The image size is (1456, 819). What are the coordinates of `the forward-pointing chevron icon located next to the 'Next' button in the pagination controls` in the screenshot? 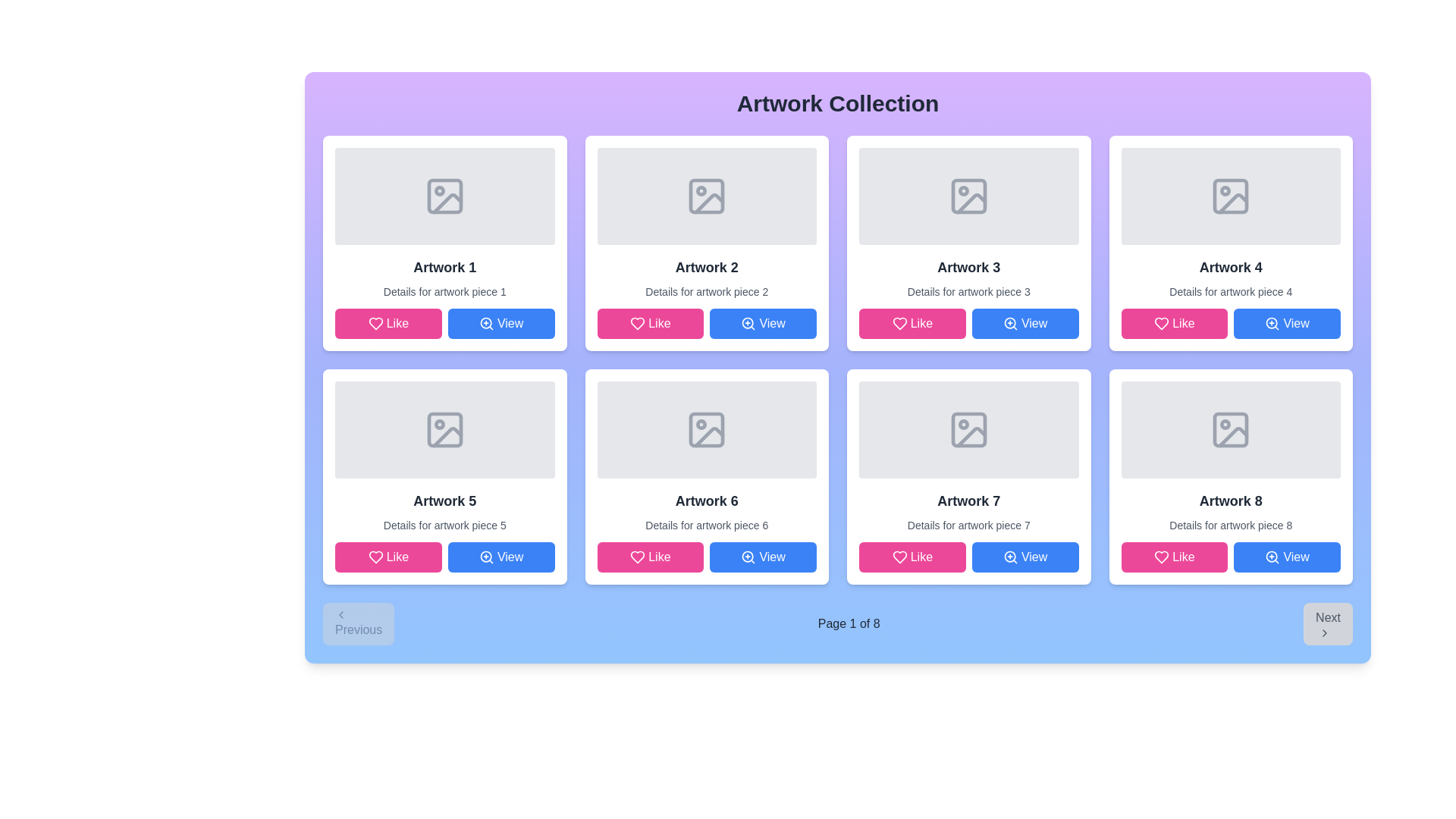 It's located at (1324, 632).